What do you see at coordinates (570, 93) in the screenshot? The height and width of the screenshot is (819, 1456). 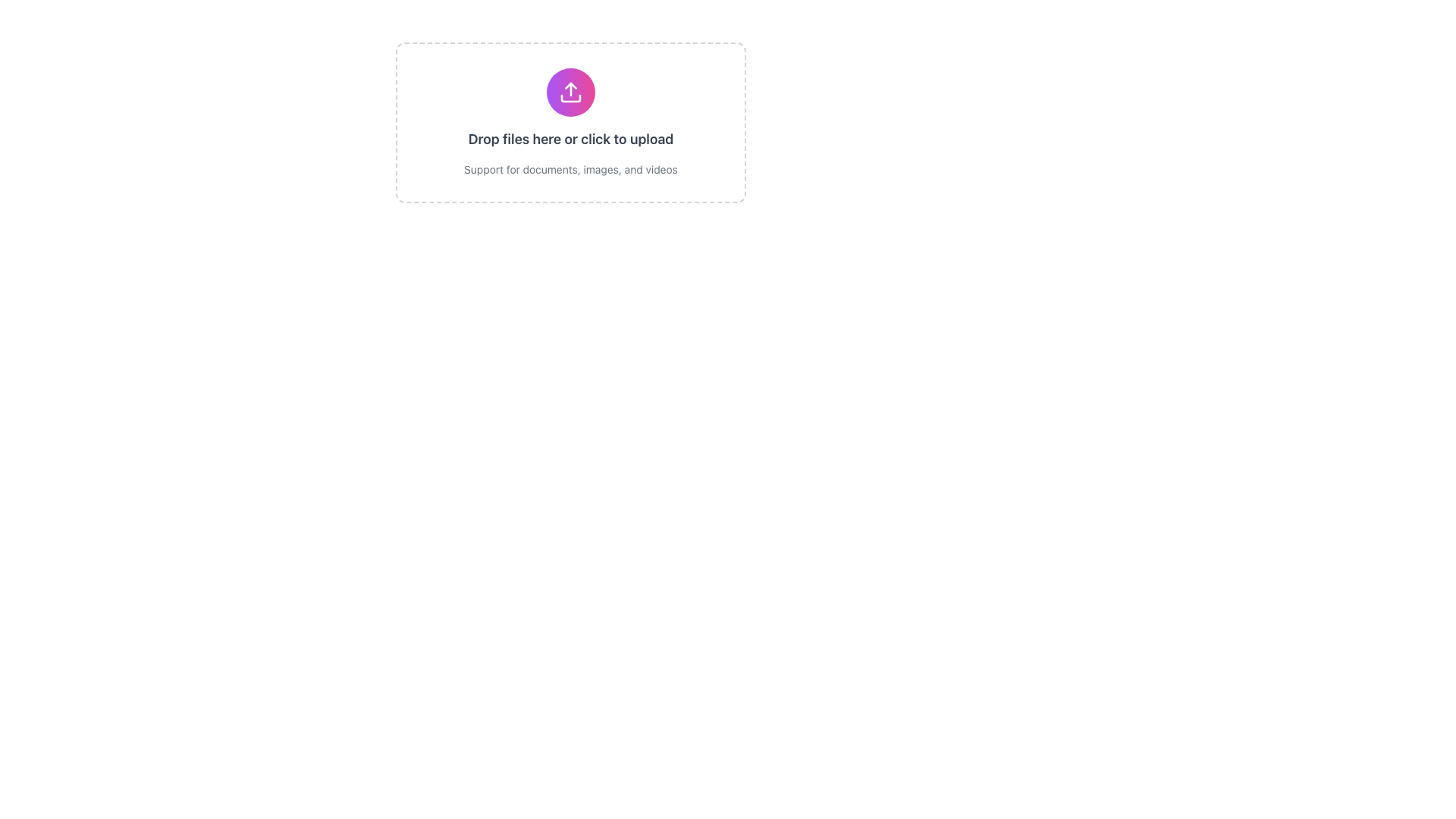 I see `the minimalistic upload icon, which is an upward arrow within a circular gradient background` at bounding box center [570, 93].